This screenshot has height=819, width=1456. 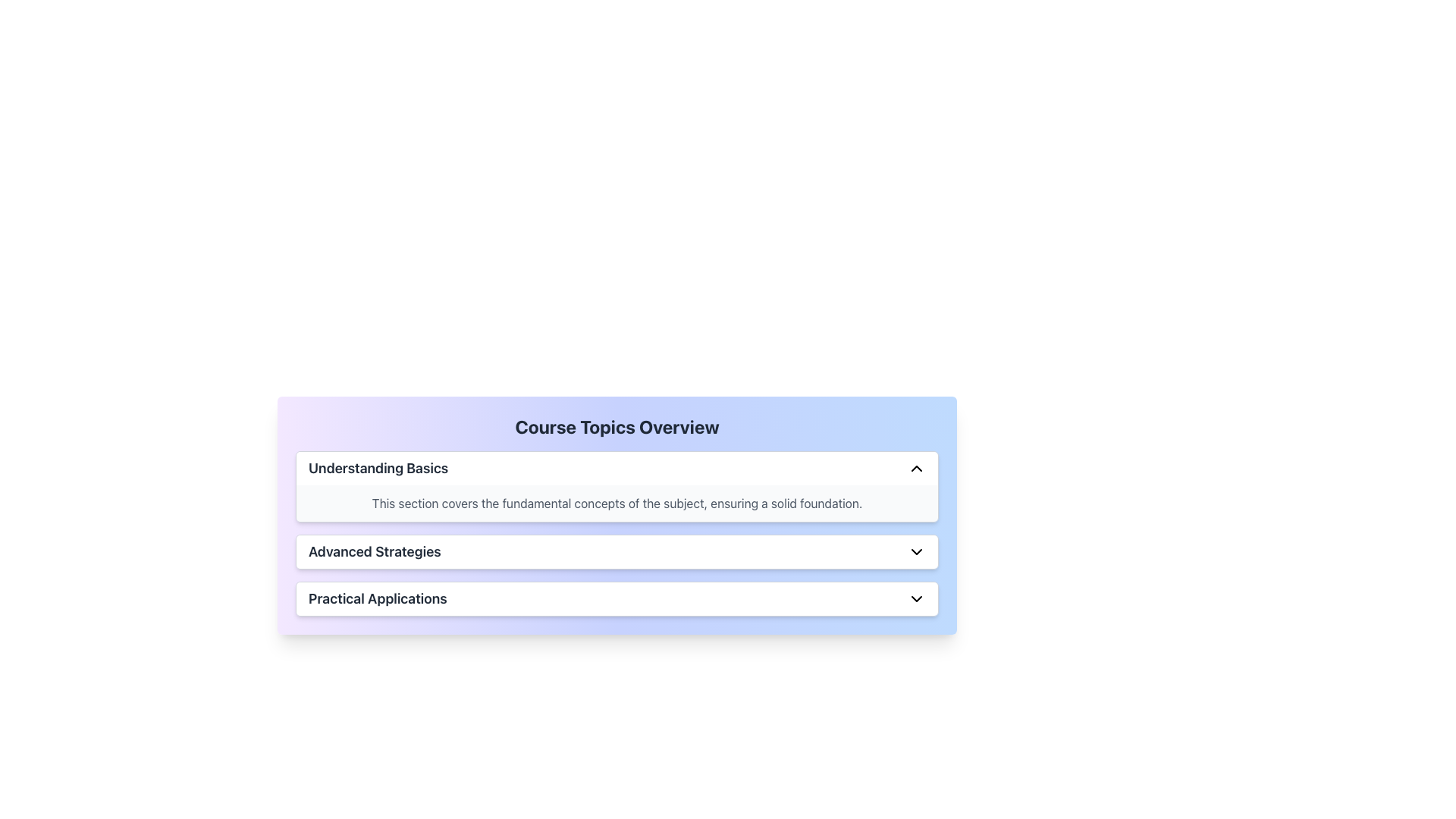 I want to click on the central heading element styled with large, bold fonts and deep gray color to focus on it, so click(x=617, y=427).